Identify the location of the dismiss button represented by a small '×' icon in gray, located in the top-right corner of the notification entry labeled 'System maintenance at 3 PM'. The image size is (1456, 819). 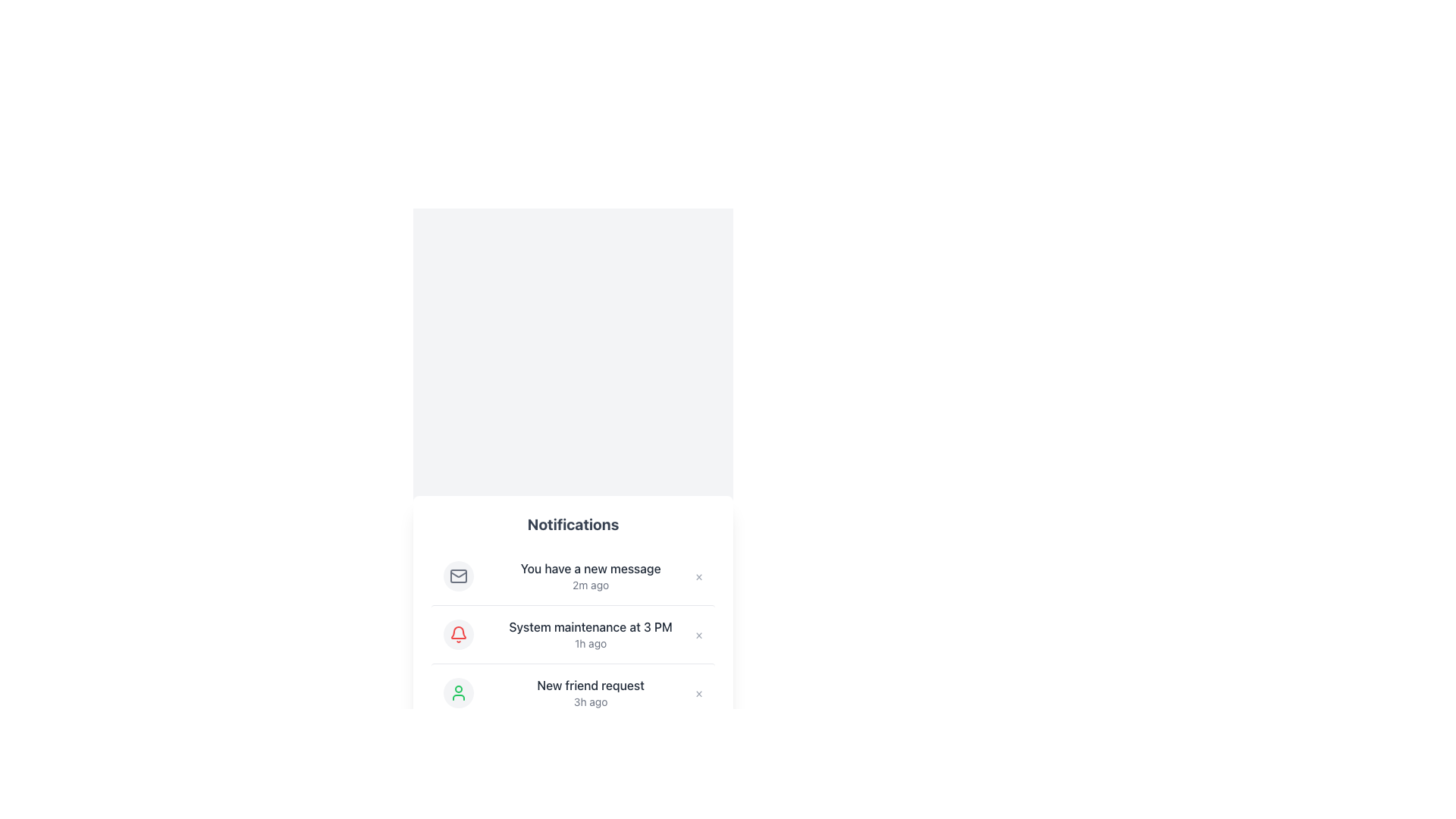
(698, 635).